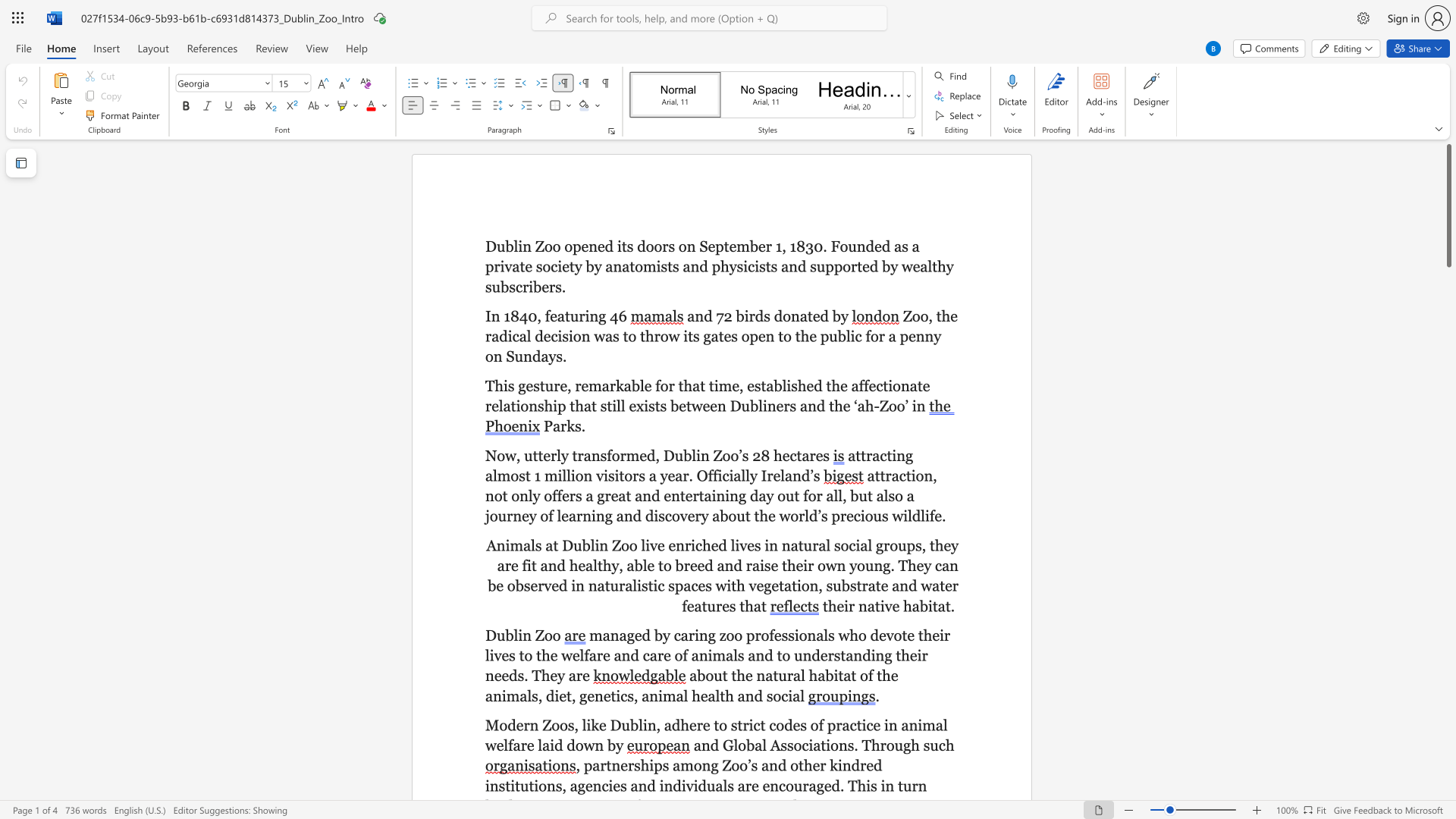  Describe the element at coordinates (498, 496) in the screenshot. I see `the 2th character "o" in the text` at that location.